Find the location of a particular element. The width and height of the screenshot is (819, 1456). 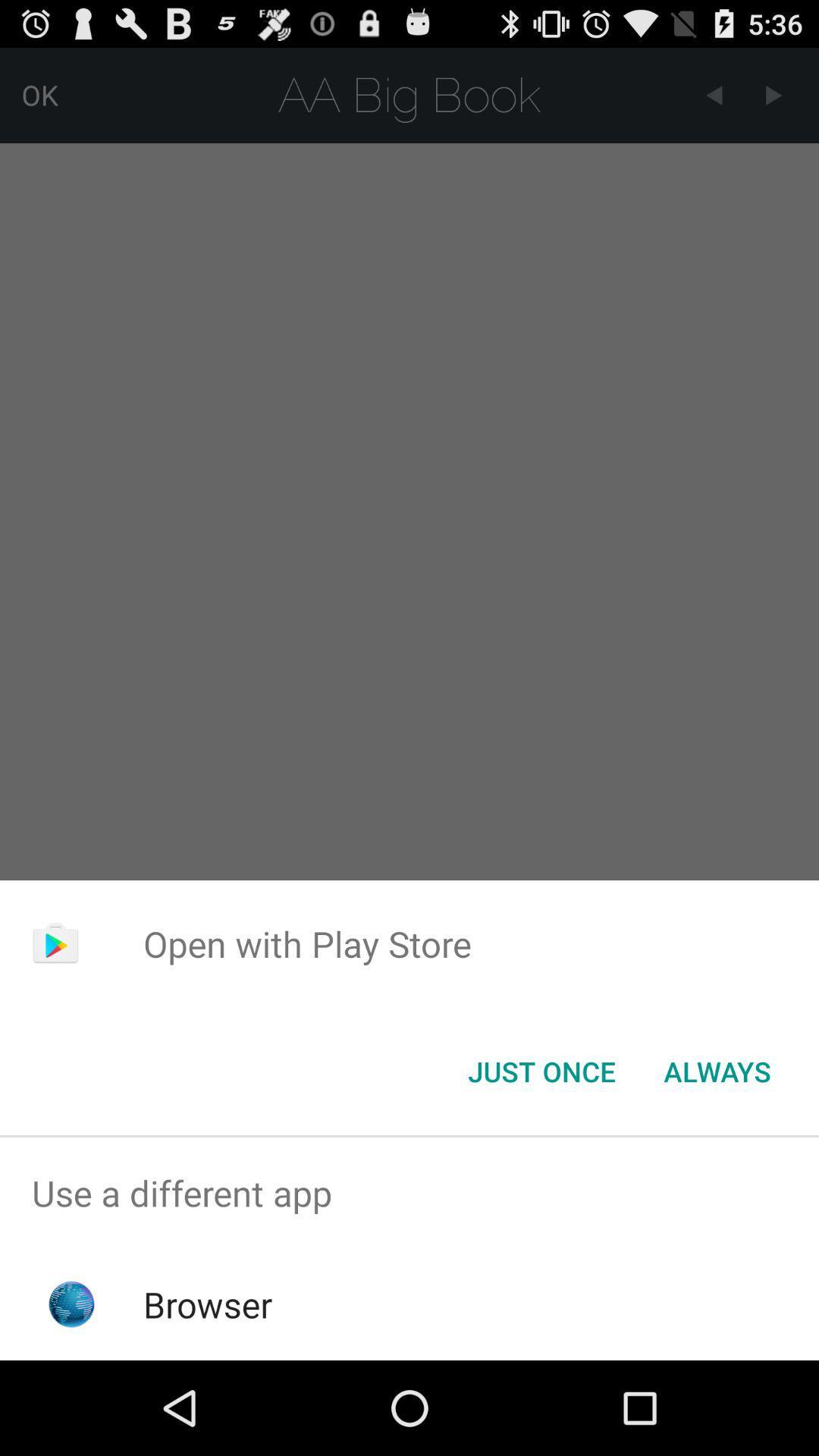

icon next to always is located at coordinates (541, 1070).